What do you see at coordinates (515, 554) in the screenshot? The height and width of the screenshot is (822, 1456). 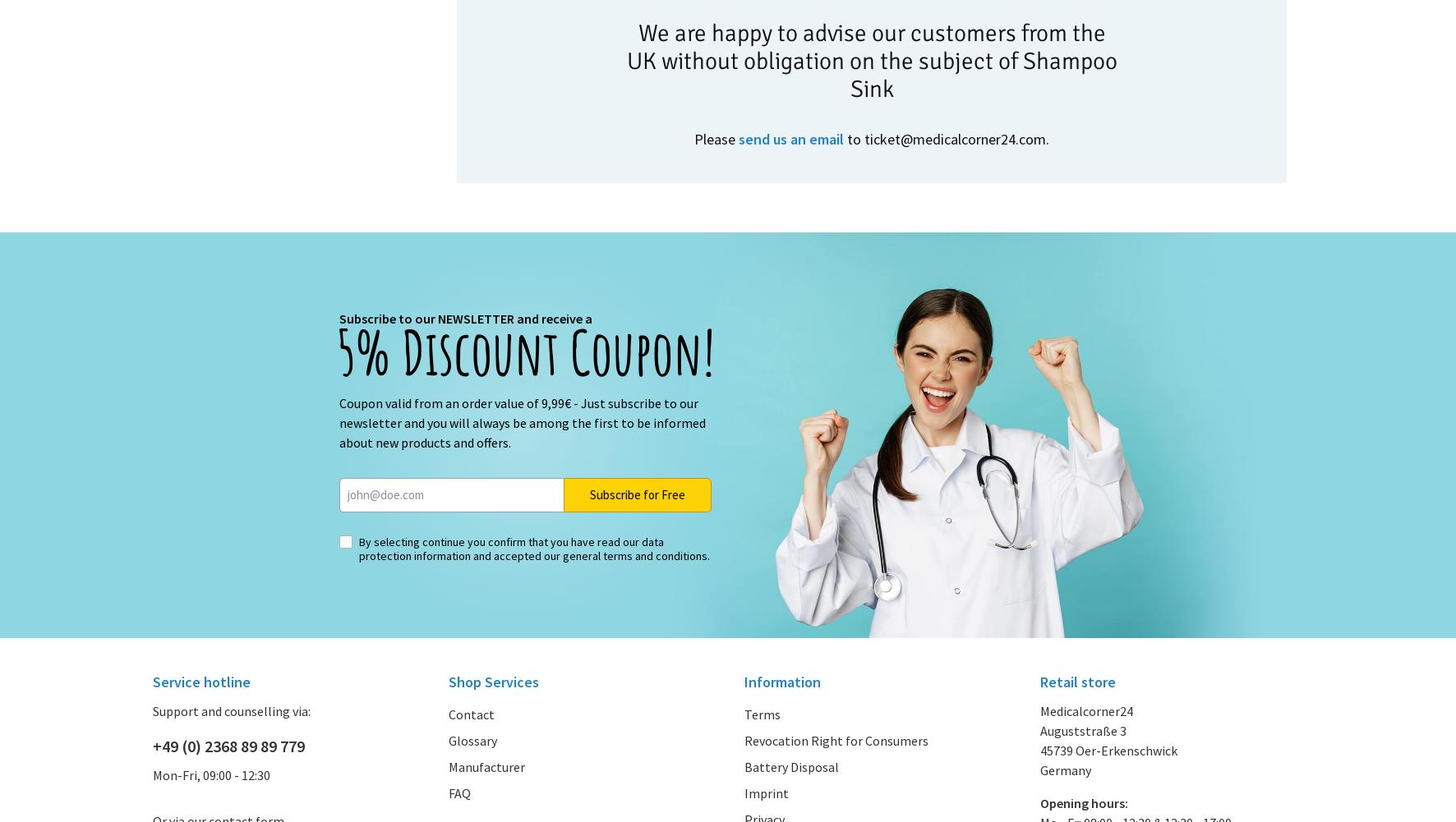 I see `'and accepted our'` at bounding box center [515, 554].